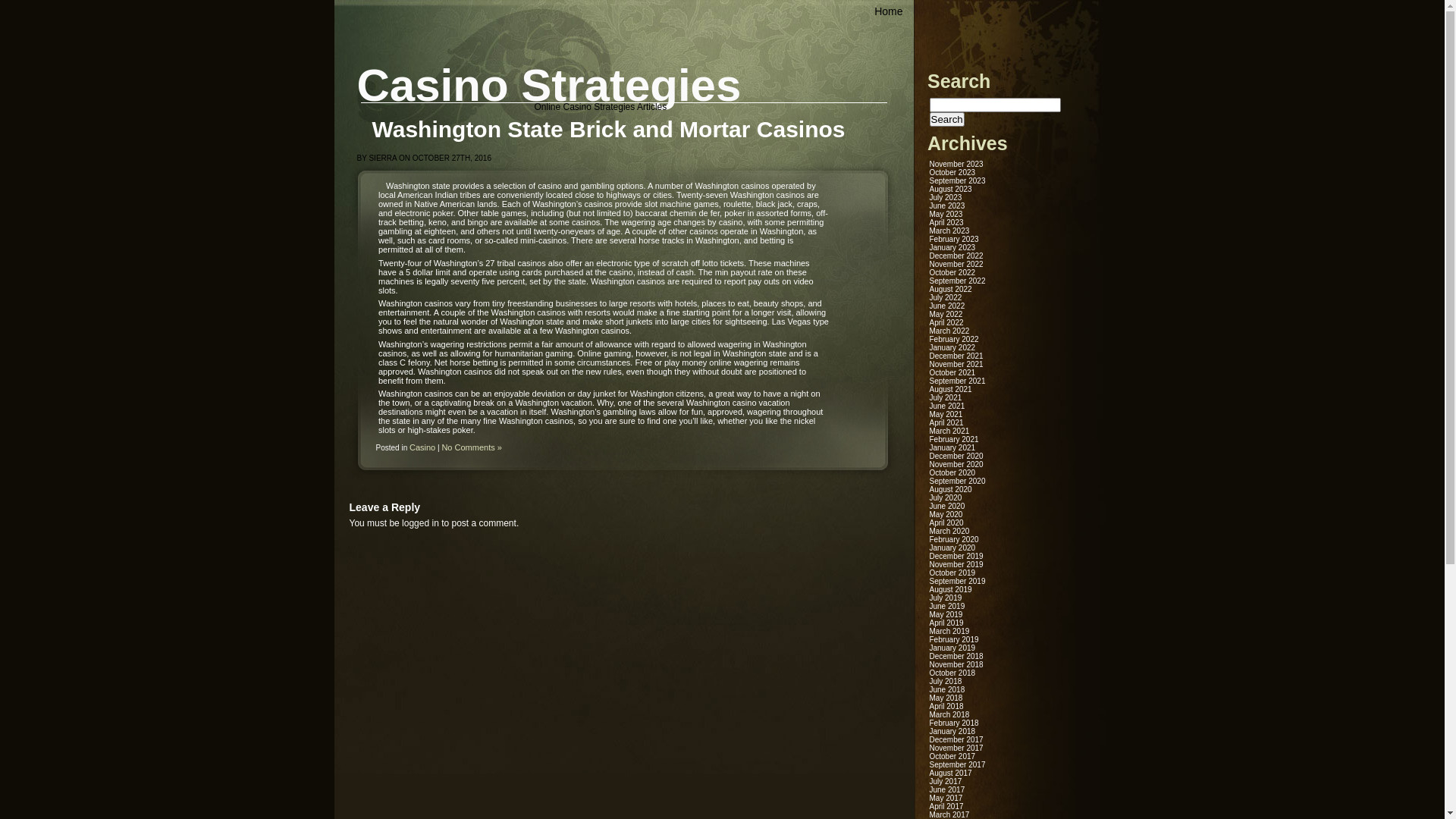 The height and width of the screenshot is (819, 1456). What do you see at coordinates (952, 648) in the screenshot?
I see `'January 2019'` at bounding box center [952, 648].